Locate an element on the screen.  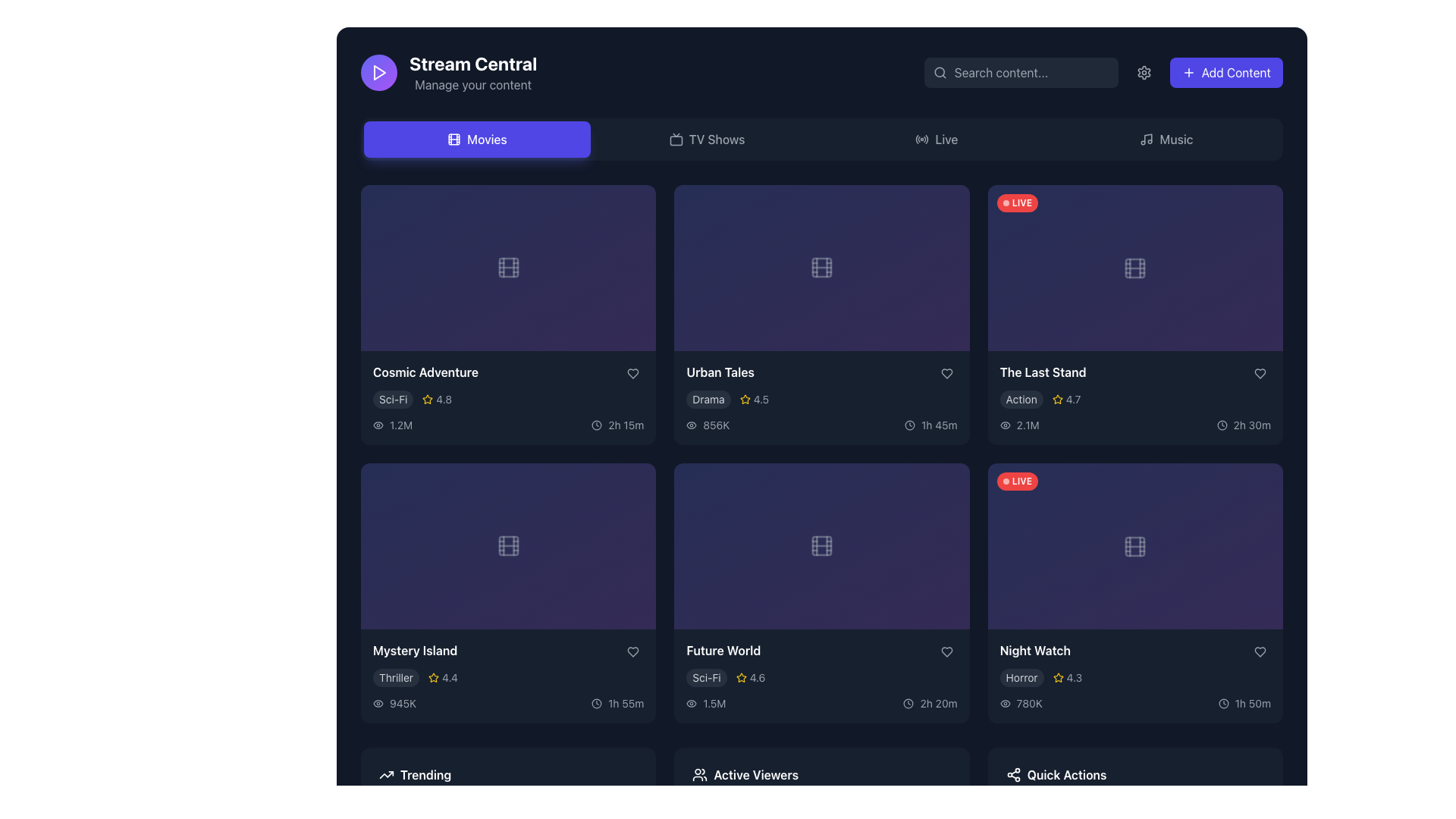
the 'Night Watch' Text Label element, which displays bold text against a dark background, located in the lower section of the last item in the right column of a grid layout is located at coordinates (1034, 649).